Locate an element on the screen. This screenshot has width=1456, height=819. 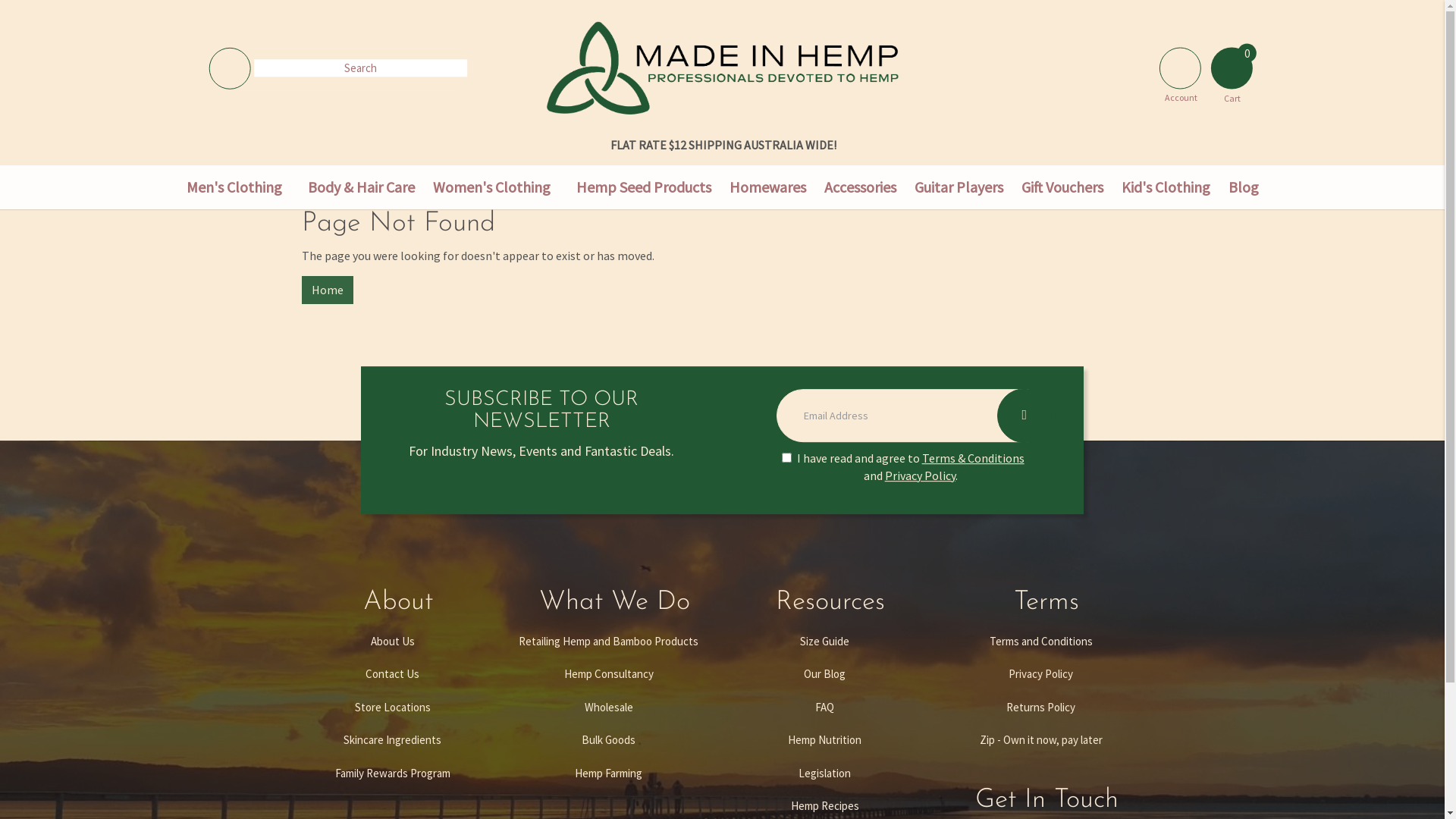
'0 is located at coordinates (1232, 67).